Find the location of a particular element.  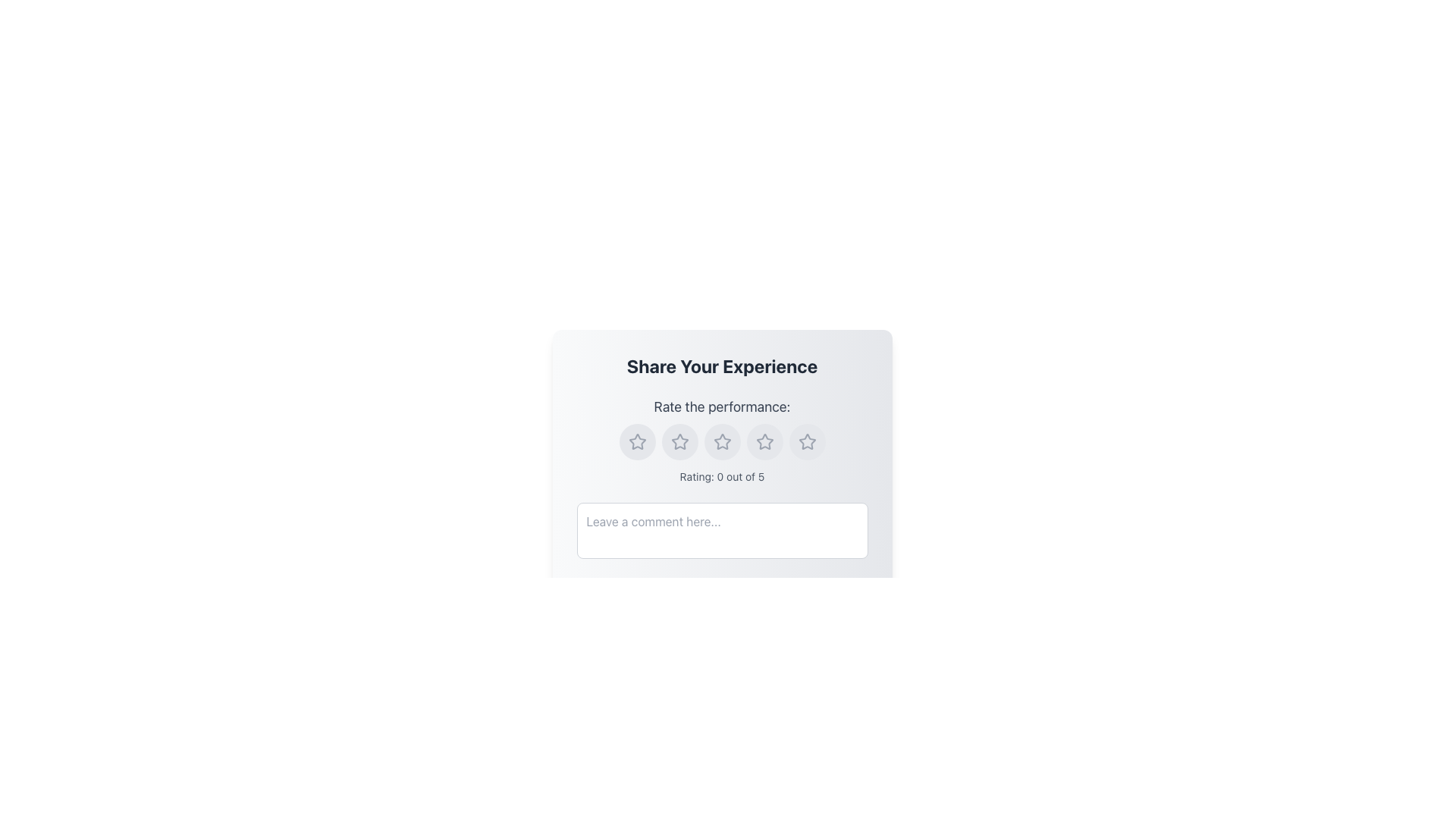

the first rating star icon in the circular button is located at coordinates (637, 441).